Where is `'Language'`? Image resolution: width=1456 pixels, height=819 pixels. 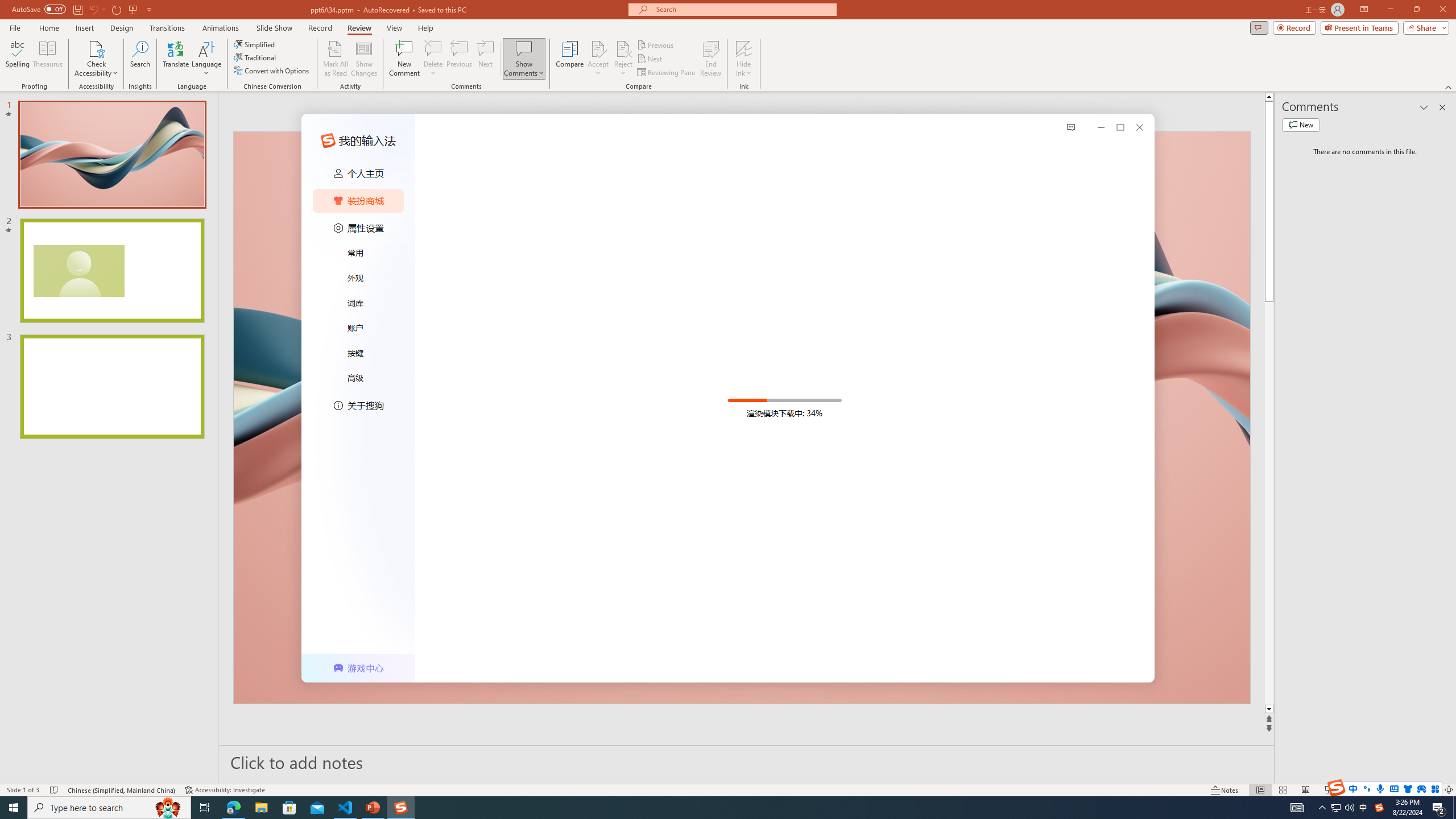 'Language' is located at coordinates (206, 59).